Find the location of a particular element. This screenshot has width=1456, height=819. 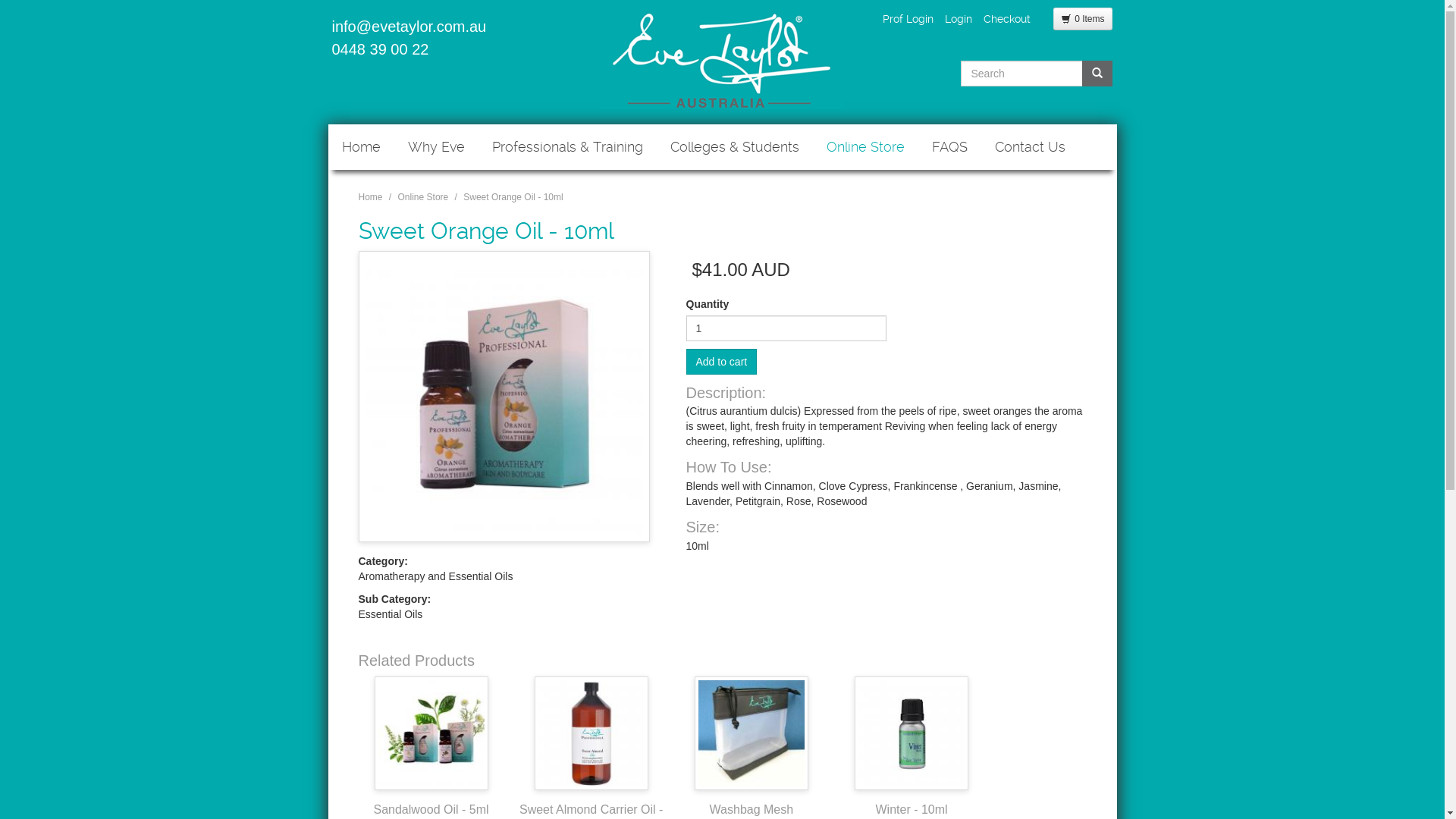

'Colleges & Students' is located at coordinates (735, 146).